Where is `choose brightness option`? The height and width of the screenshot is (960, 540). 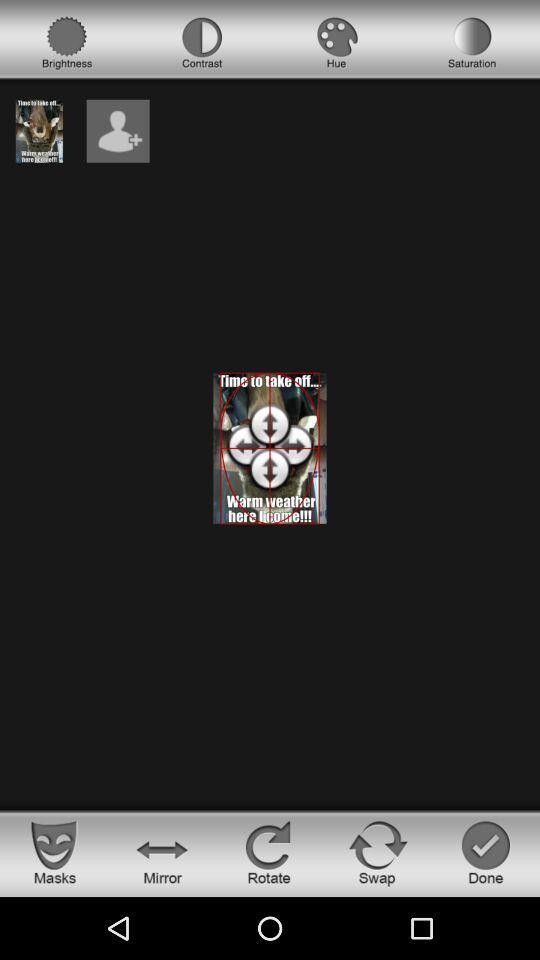 choose brightness option is located at coordinates (67, 42).